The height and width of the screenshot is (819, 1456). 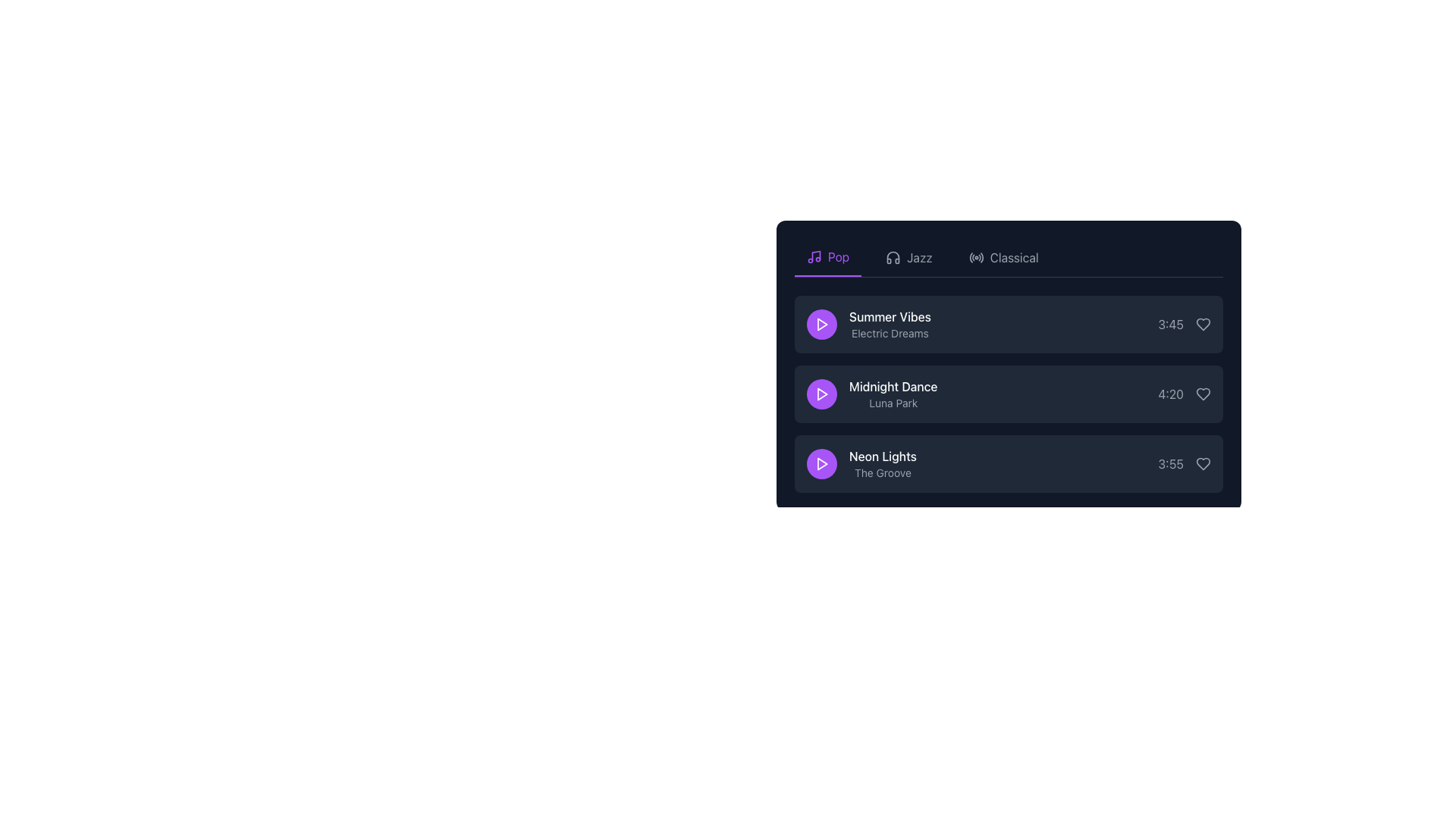 I want to click on the playlist panel located, so click(x=1009, y=354).